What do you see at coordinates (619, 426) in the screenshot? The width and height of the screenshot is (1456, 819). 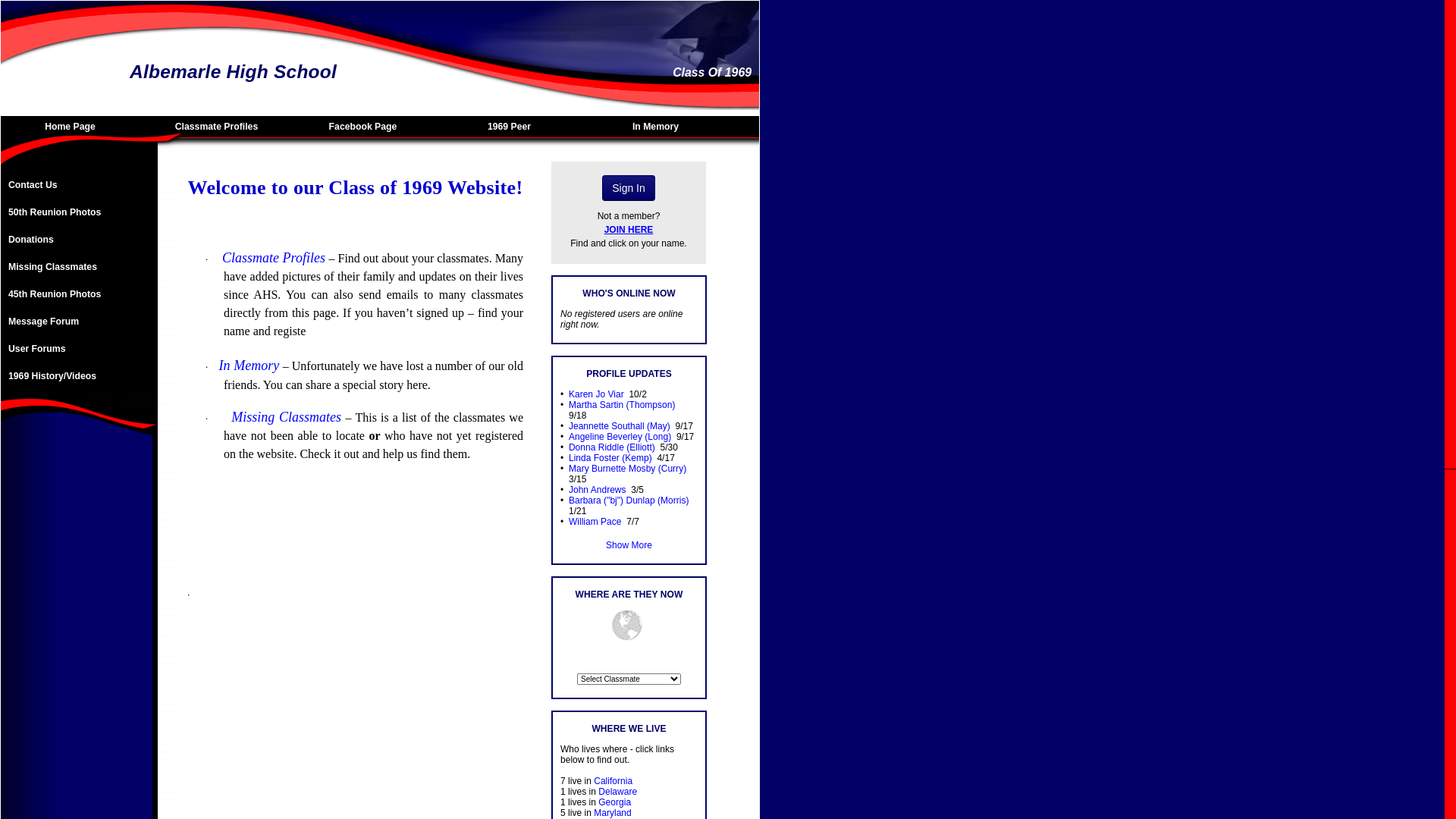 I see `'Jeannette Southall (May)'` at bounding box center [619, 426].